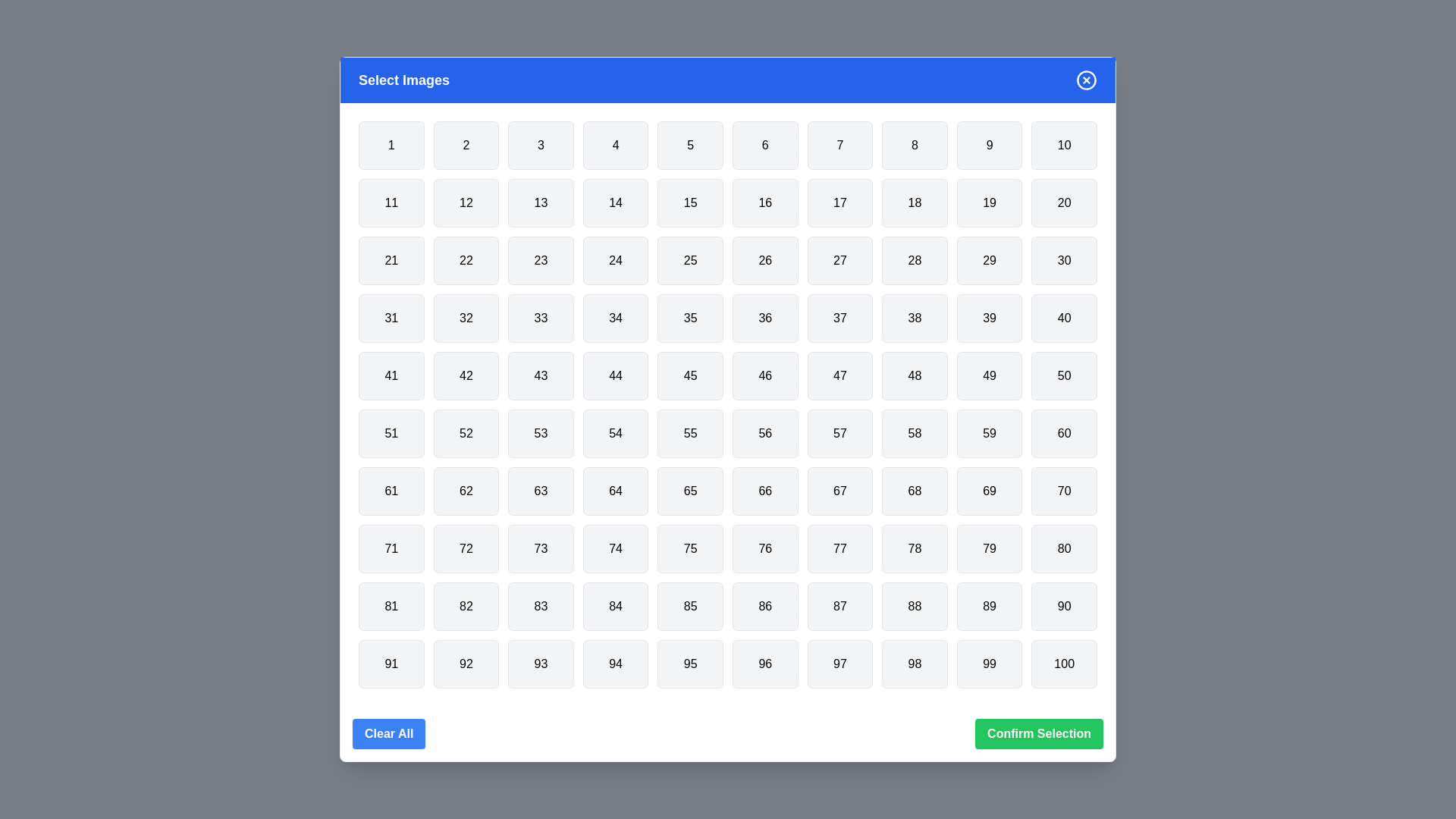  What do you see at coordinates (389, 733) in the screenshot?
I see `the 'Clear All' button to deselect all items` at bounding box center [389, 733].